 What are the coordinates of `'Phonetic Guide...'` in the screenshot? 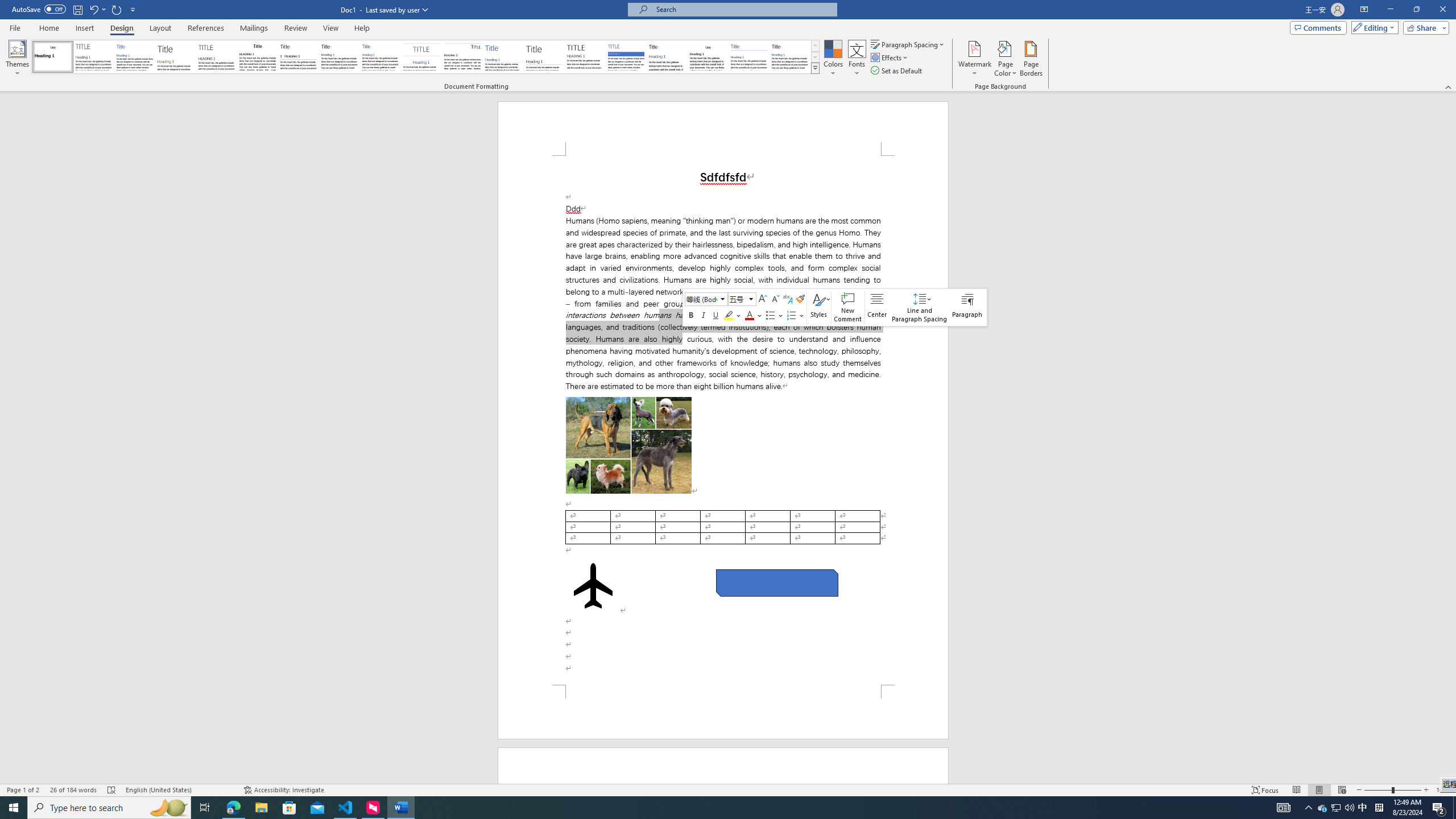 It's located at (787, 299).